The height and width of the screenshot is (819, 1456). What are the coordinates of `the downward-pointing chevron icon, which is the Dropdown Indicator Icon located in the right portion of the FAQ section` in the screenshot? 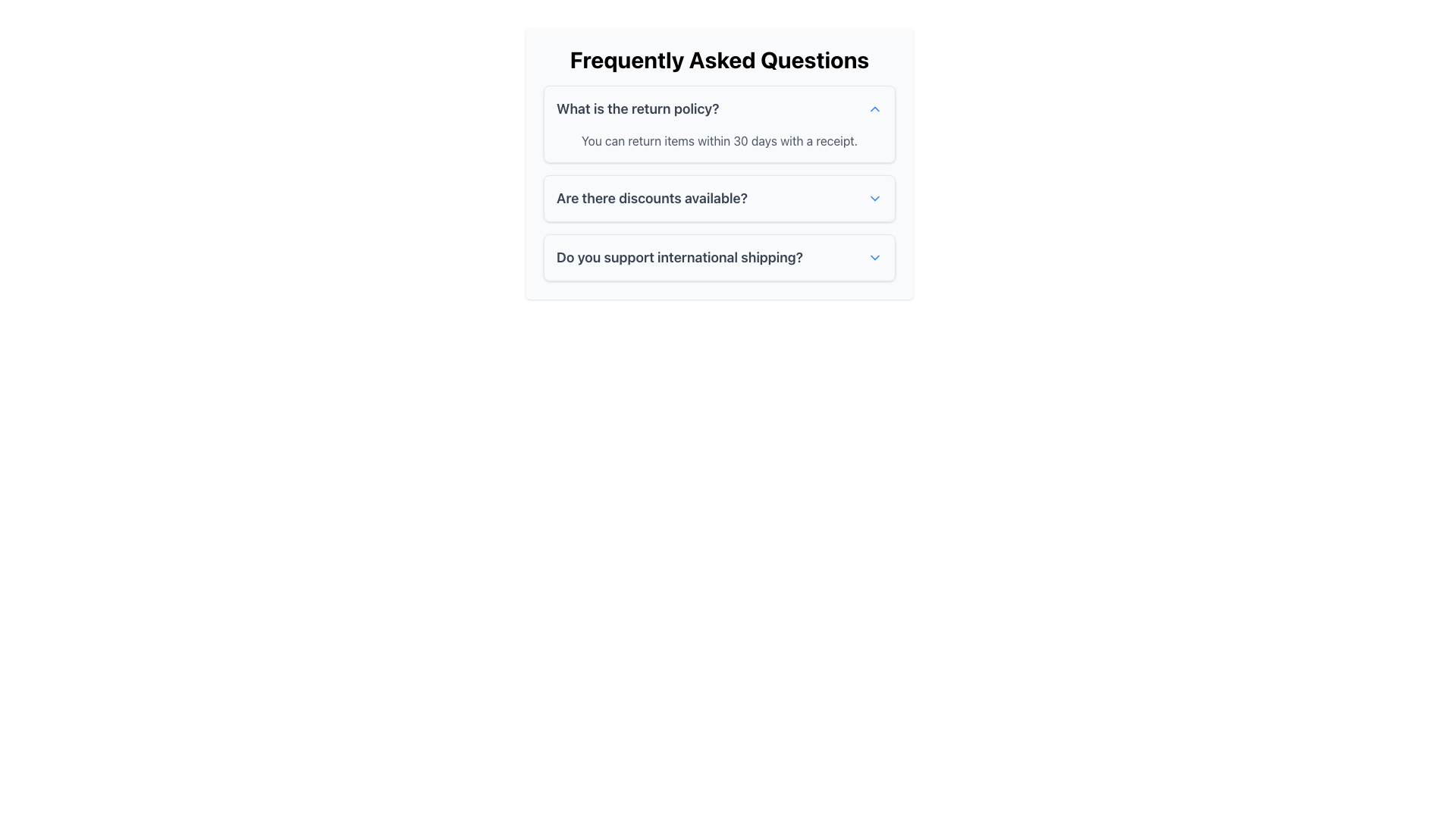 It's located at (874, 198).